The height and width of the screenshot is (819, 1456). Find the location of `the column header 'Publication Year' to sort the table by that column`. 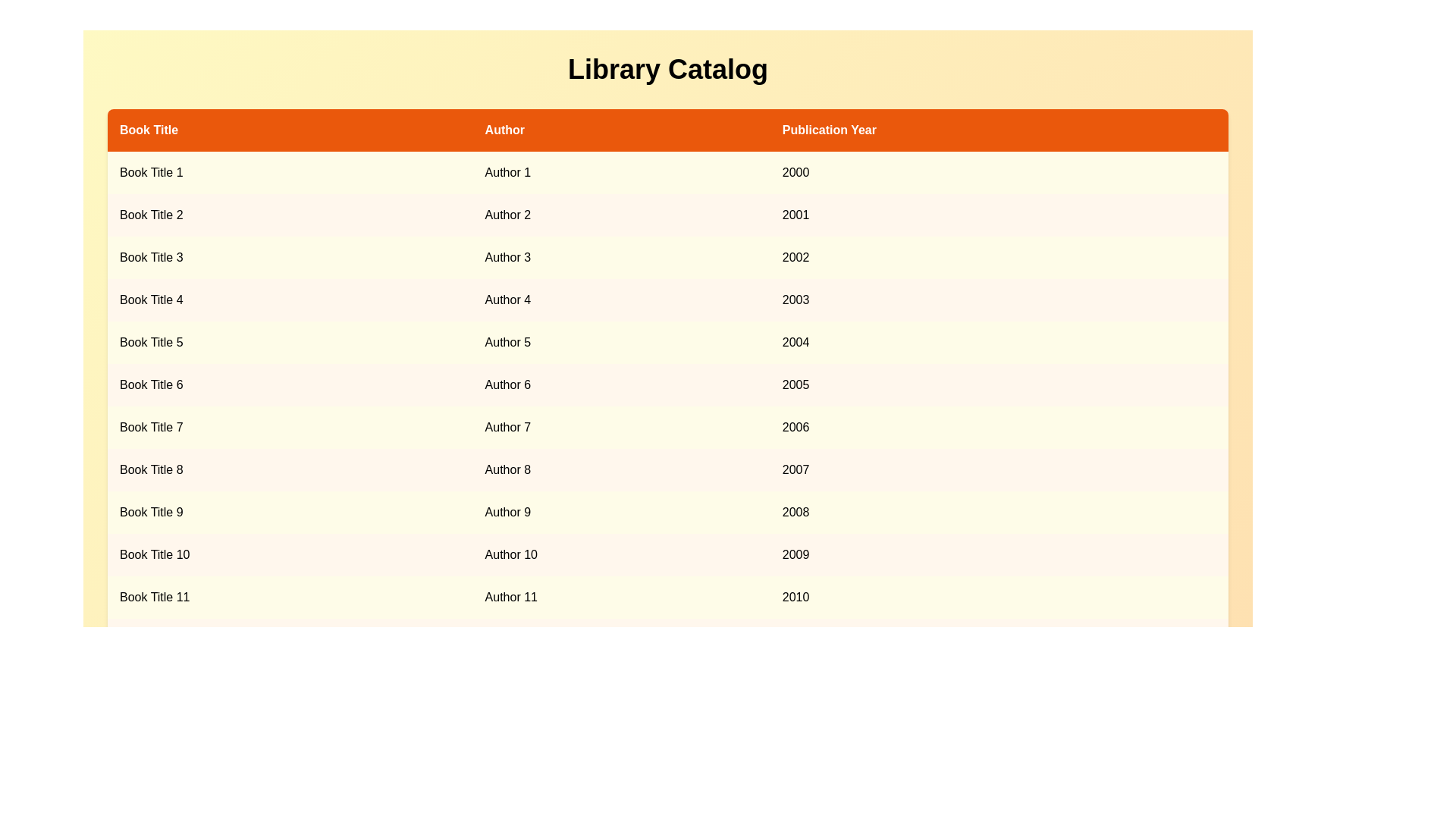

the column header 'Publication Year' to sort the table by that column is located at coordinates (998, 130).